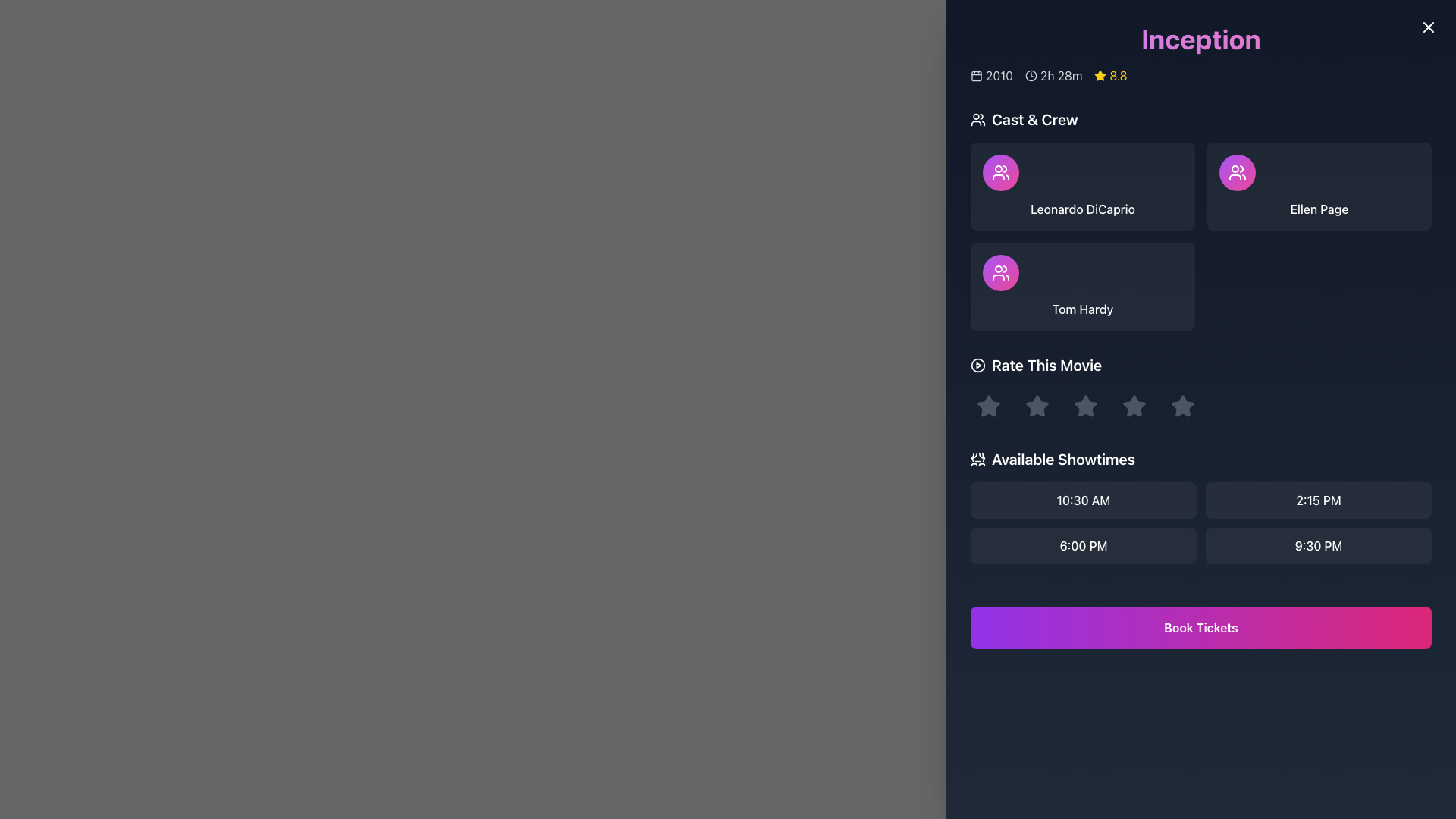  Describe the element at coordinates (1427, 27) in the screenshot. I see `the close button located in the top-right corner of the interface` at that location.